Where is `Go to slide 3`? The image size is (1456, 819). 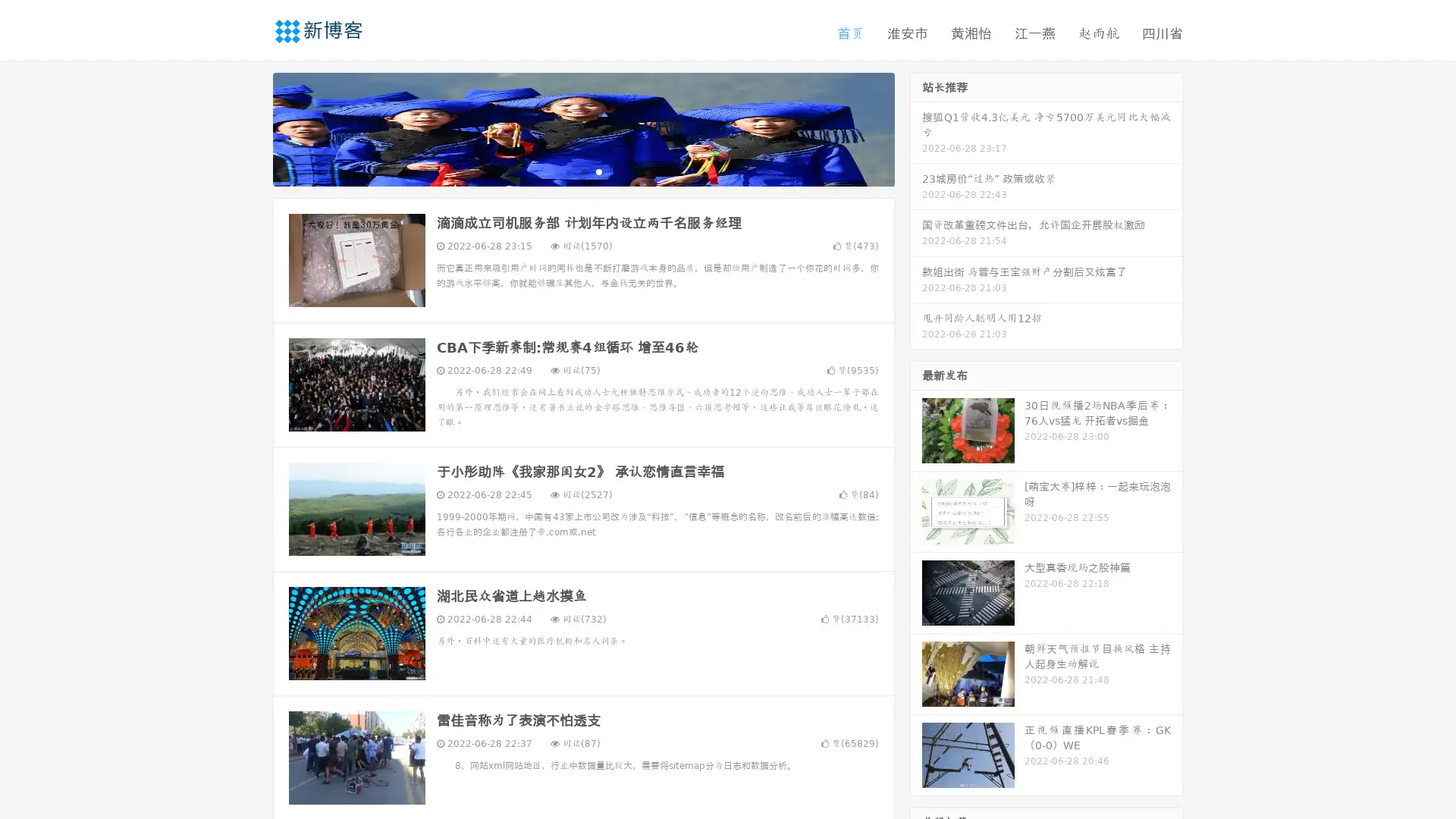 Go to slide 3 is located at coordinates (598, 171).